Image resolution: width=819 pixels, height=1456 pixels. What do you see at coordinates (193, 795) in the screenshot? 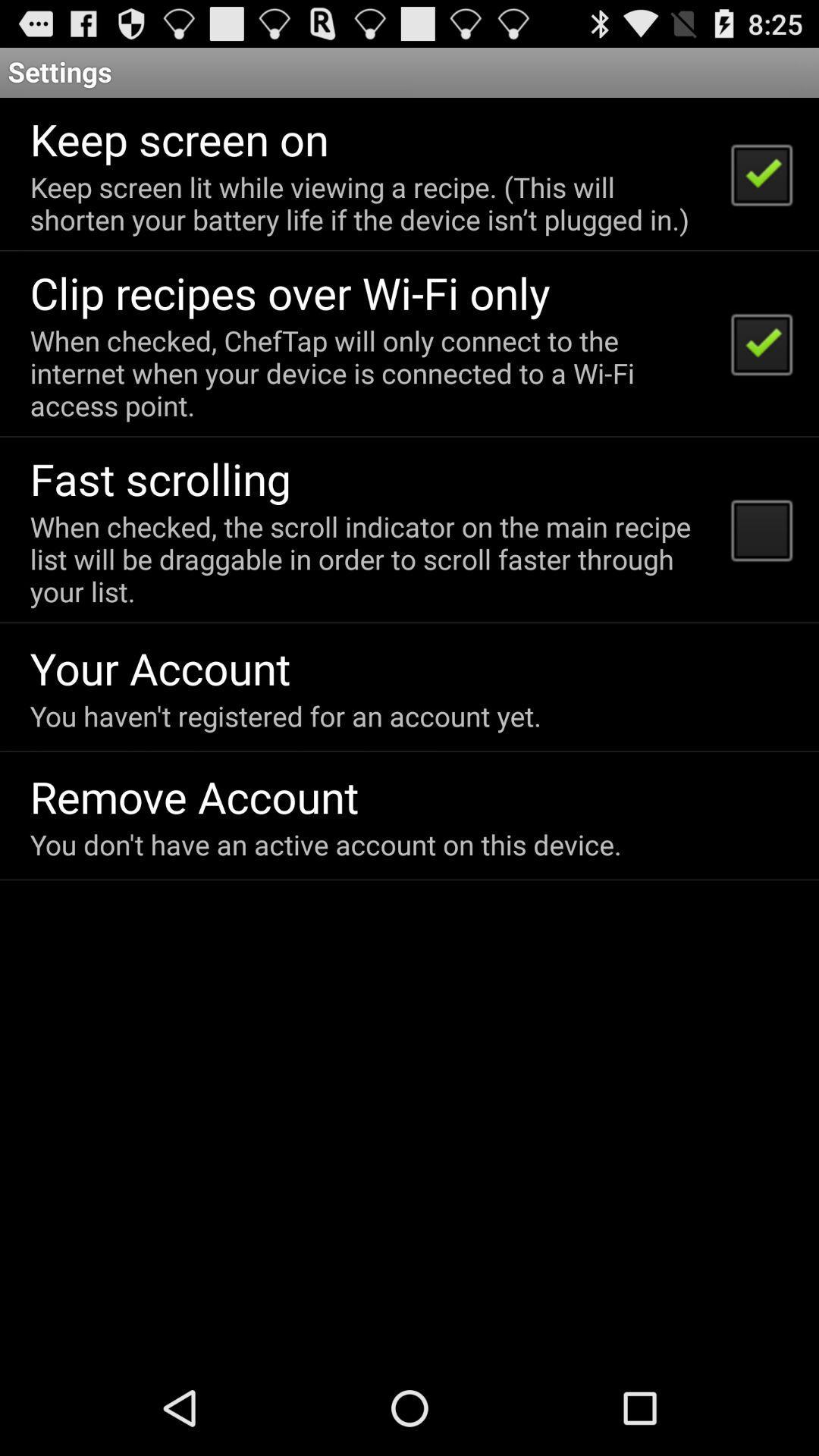
I see `icon above you don t app` at bounding box center [193, 795].